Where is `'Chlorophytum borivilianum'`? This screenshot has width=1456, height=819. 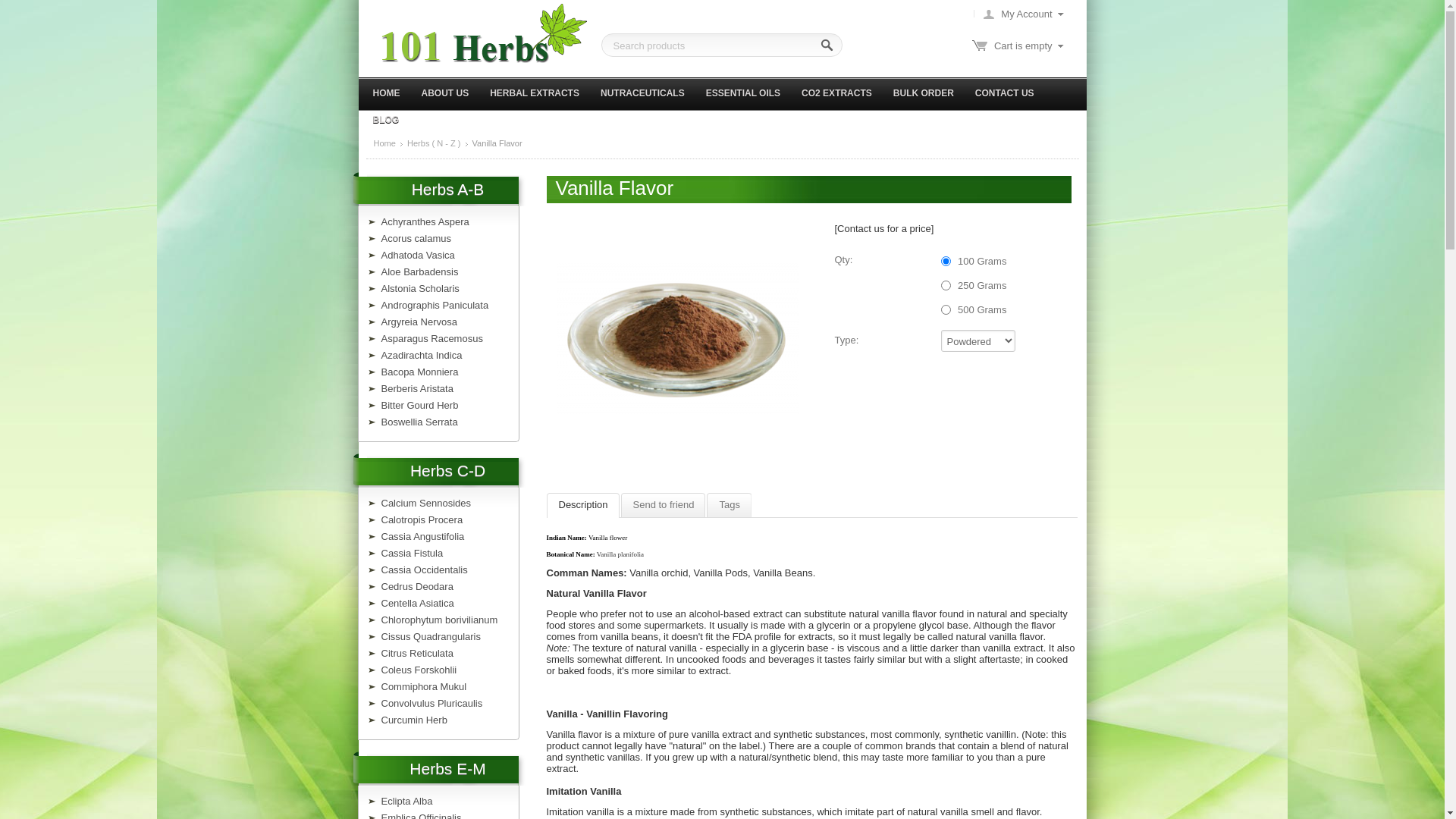 'Chlorophytum borivilianum' is located at coordinates (438, 620).